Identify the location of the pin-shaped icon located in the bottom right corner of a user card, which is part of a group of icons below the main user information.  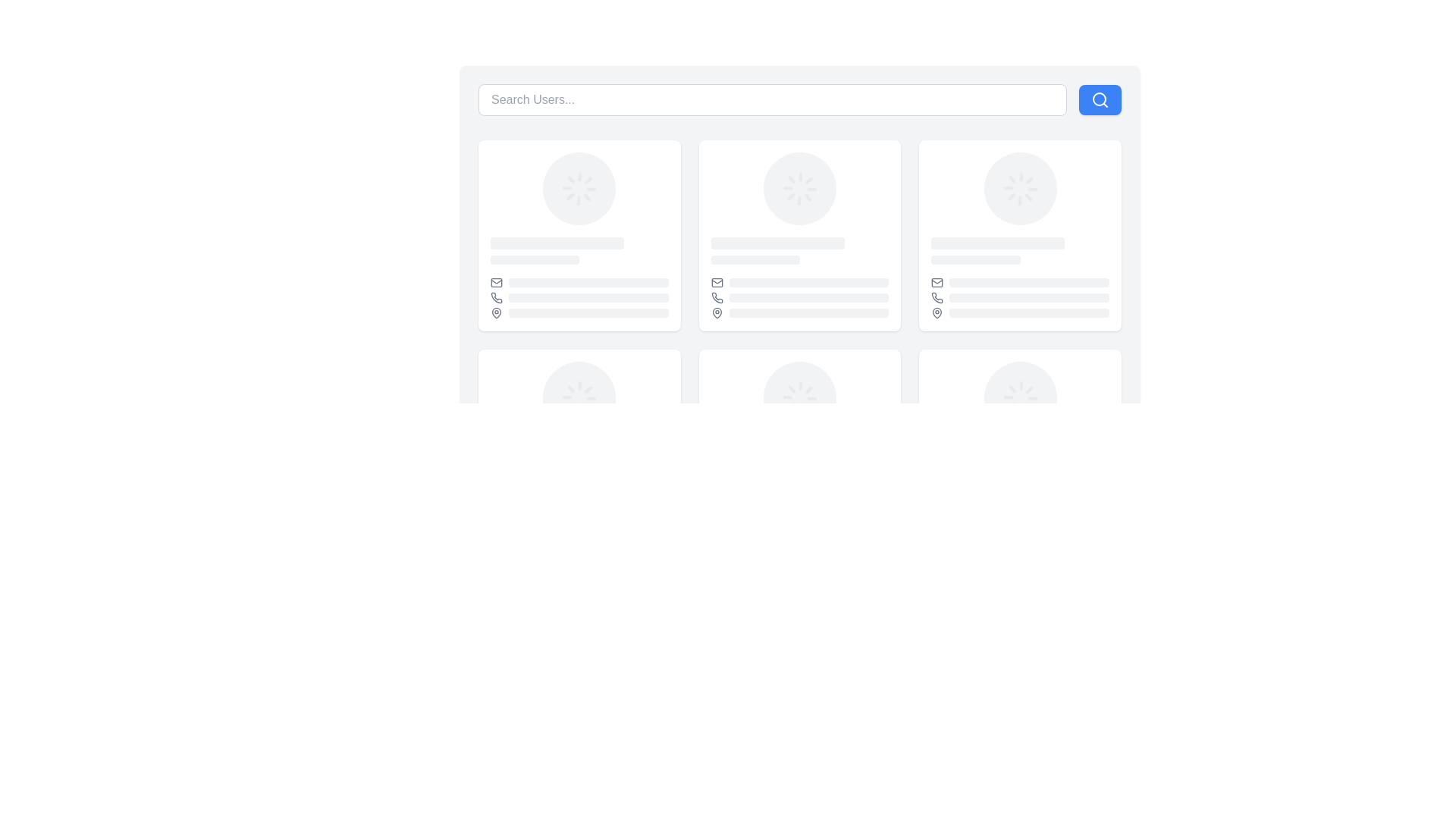
(937, 312).